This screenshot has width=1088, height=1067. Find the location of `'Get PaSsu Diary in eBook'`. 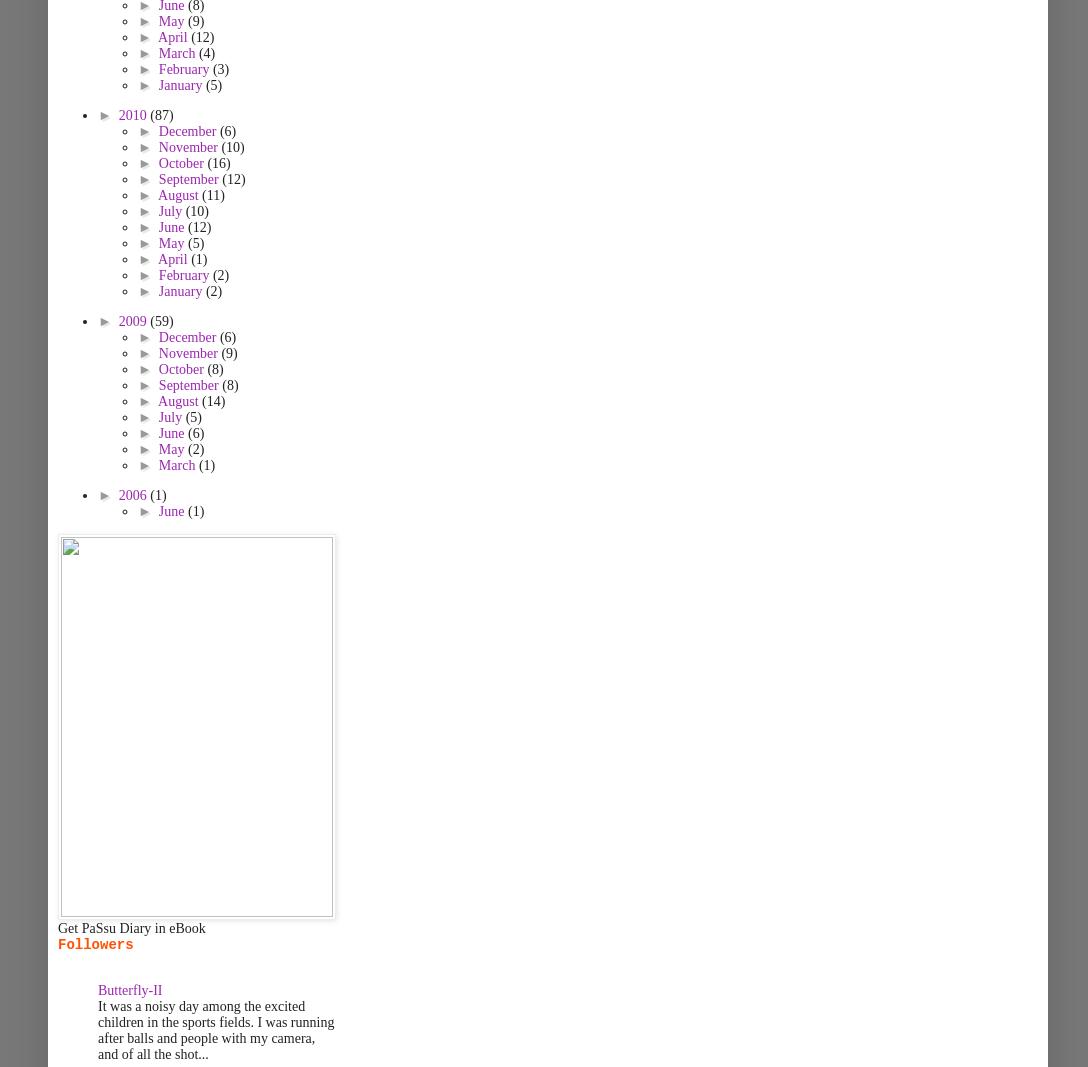

'Get PaSsu Diary in eBook' is located at coordinates (131, 928).